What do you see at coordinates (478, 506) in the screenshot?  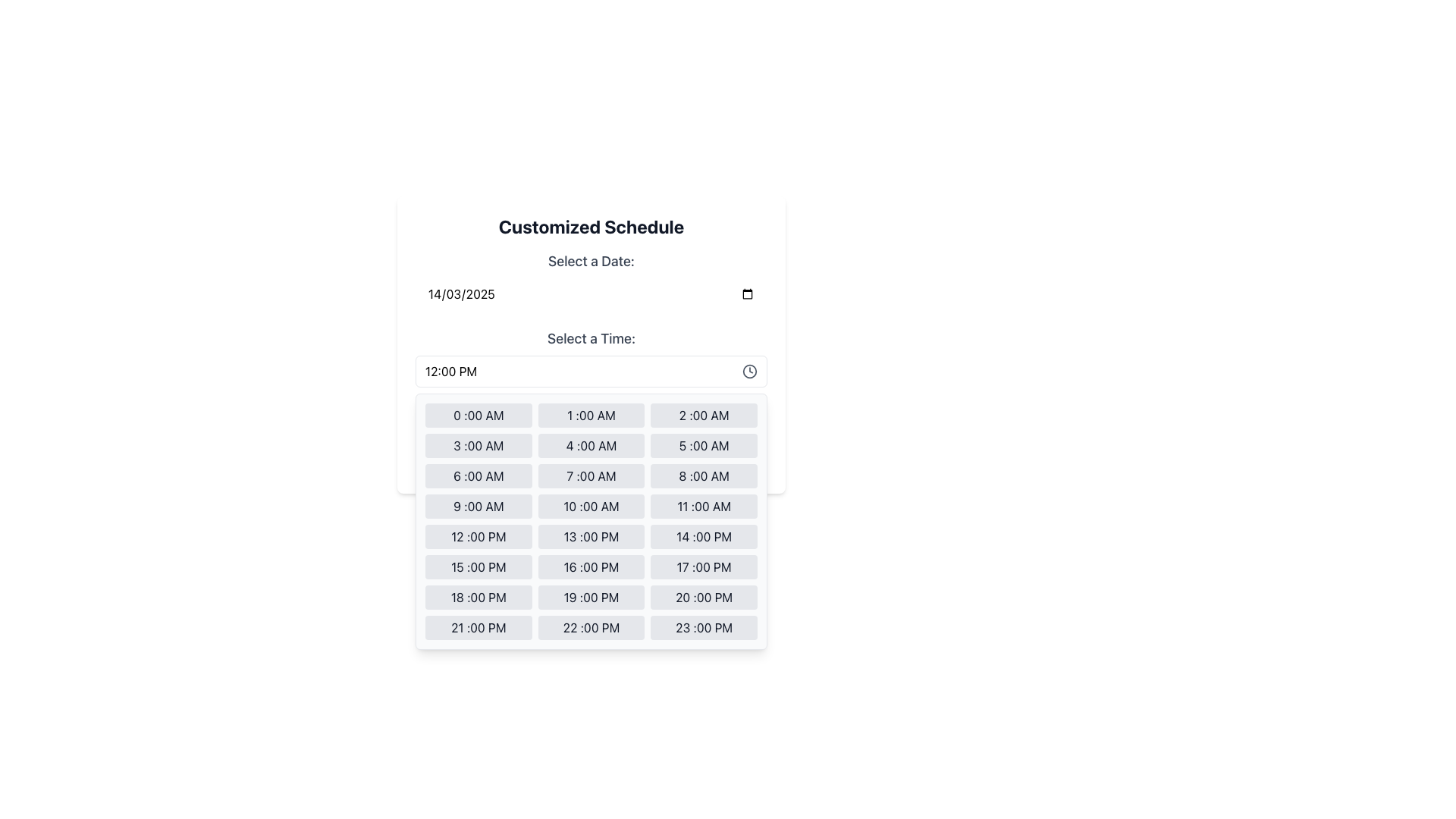 I see `the button in the dropdown time picker` at bounding box center [478, 506].